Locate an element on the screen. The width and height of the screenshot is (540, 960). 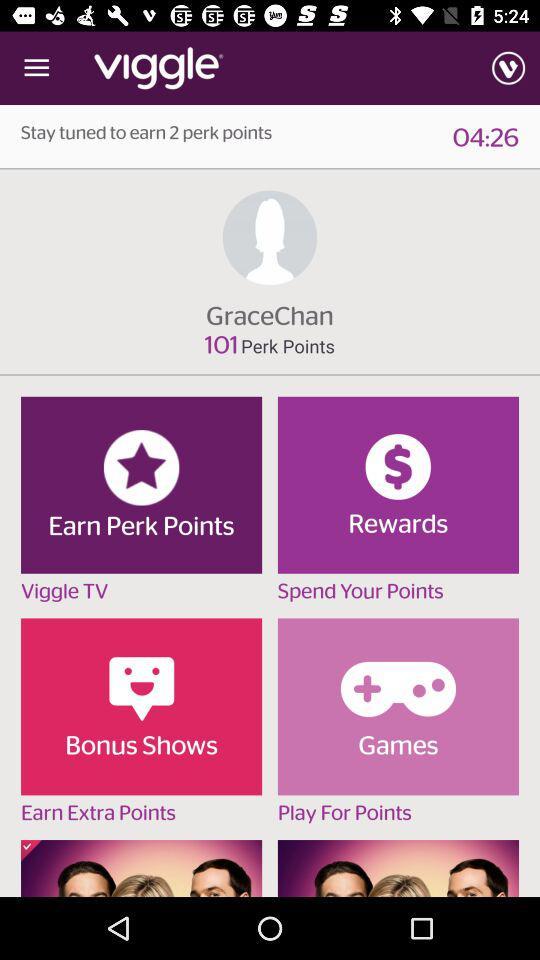
the item above the 04:26 icon is located at coordinates (508, 68).